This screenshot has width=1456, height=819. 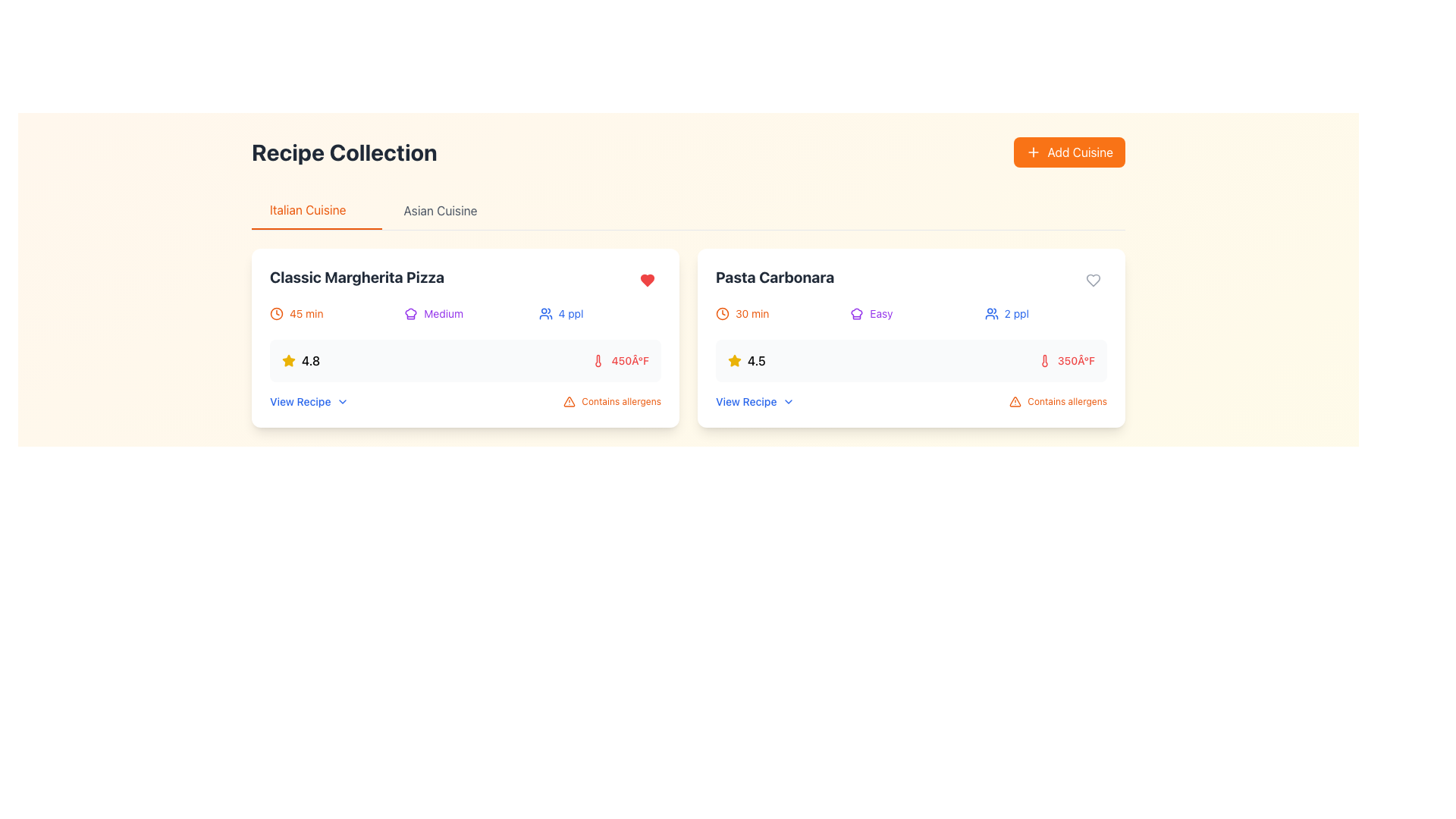 I want to click on the text label displaying the preparation time for the recipe 'Pasta Carbonara', which is located to the right of a clock icon in the second recipe card, so click(x=752, y=312).